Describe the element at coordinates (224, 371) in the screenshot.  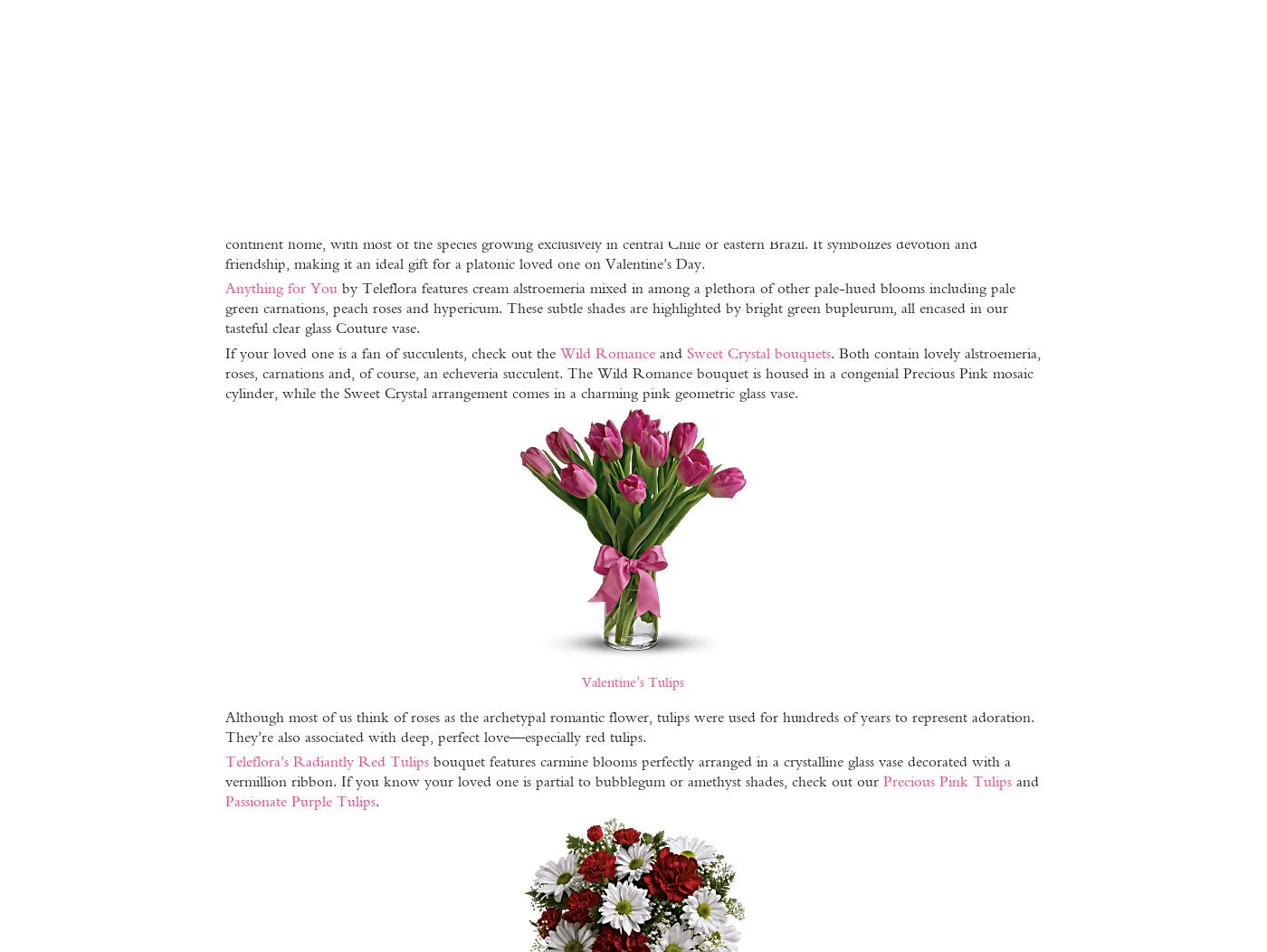
I see `'. Both contain lovely alstroemeria, roses, carnations and, of course, an echeveria succulent. The Wild Romance bouquet is housed in a congenial Precious Pink mosaic cylinder, while the Sweet Crystal arrangement comes in a charming pink geometric glass vase.'` at that location.